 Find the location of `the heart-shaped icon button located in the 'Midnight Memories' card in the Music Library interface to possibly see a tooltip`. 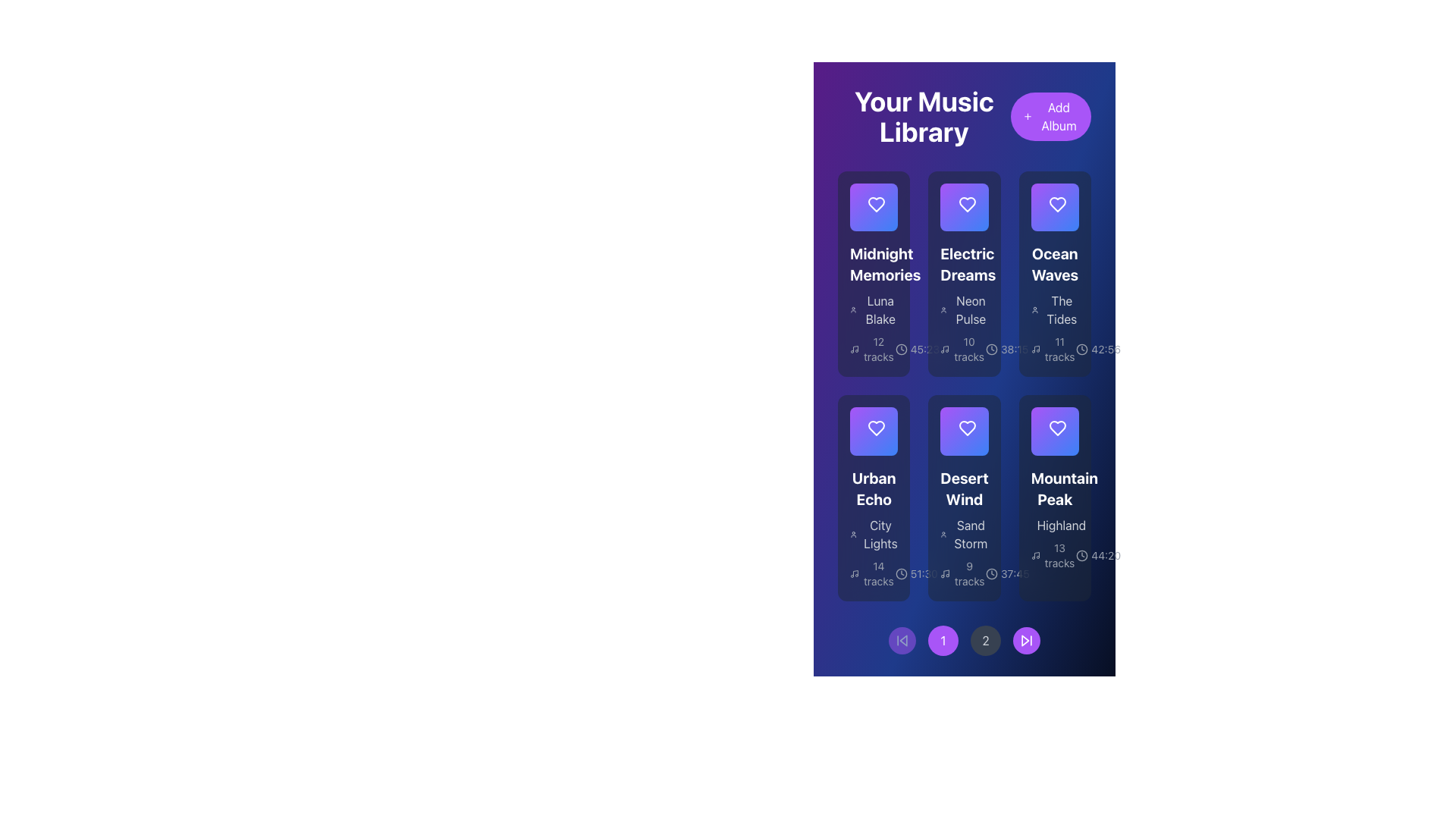

the heart-shaped icon button located in the 'Midnight Memories' card in the Music Library interface to possibly see a tooltip is located at coordinates (877, 205).